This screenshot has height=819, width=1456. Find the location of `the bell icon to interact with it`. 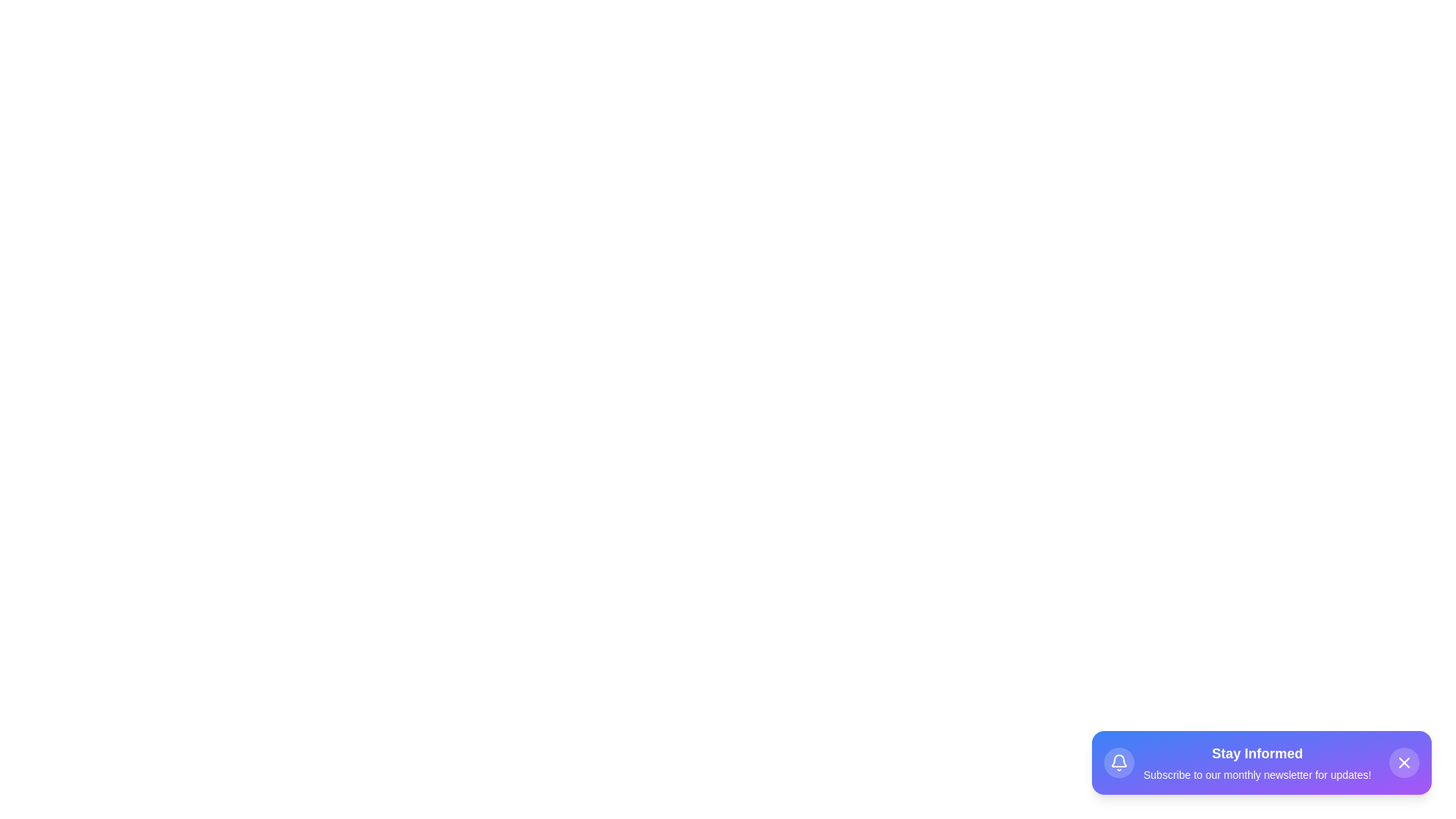

the bell icon to interact with it is located at coordinates (1119, 763).